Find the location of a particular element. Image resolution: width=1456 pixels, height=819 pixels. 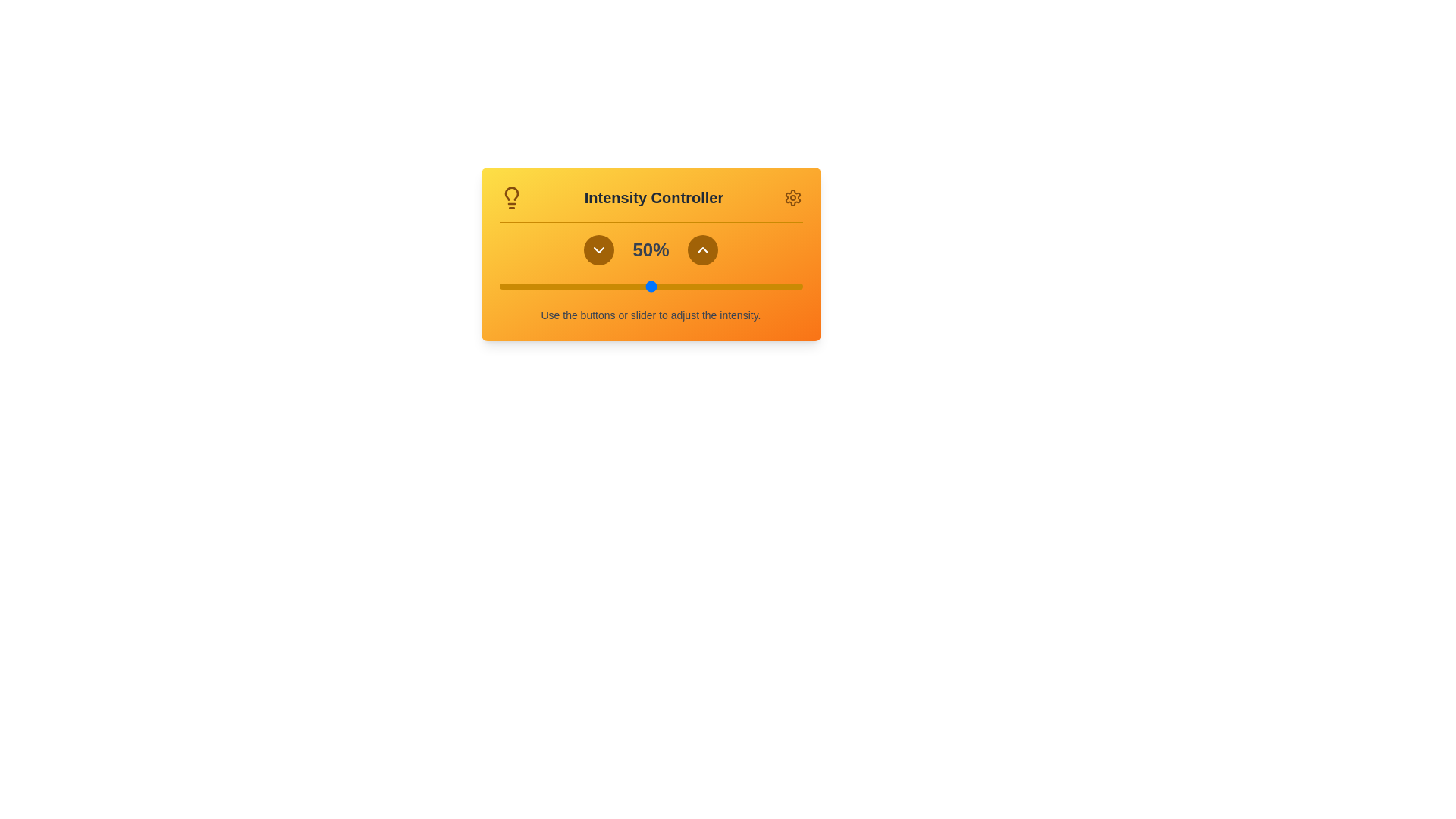

intensity is located at coordinates (660, 287).